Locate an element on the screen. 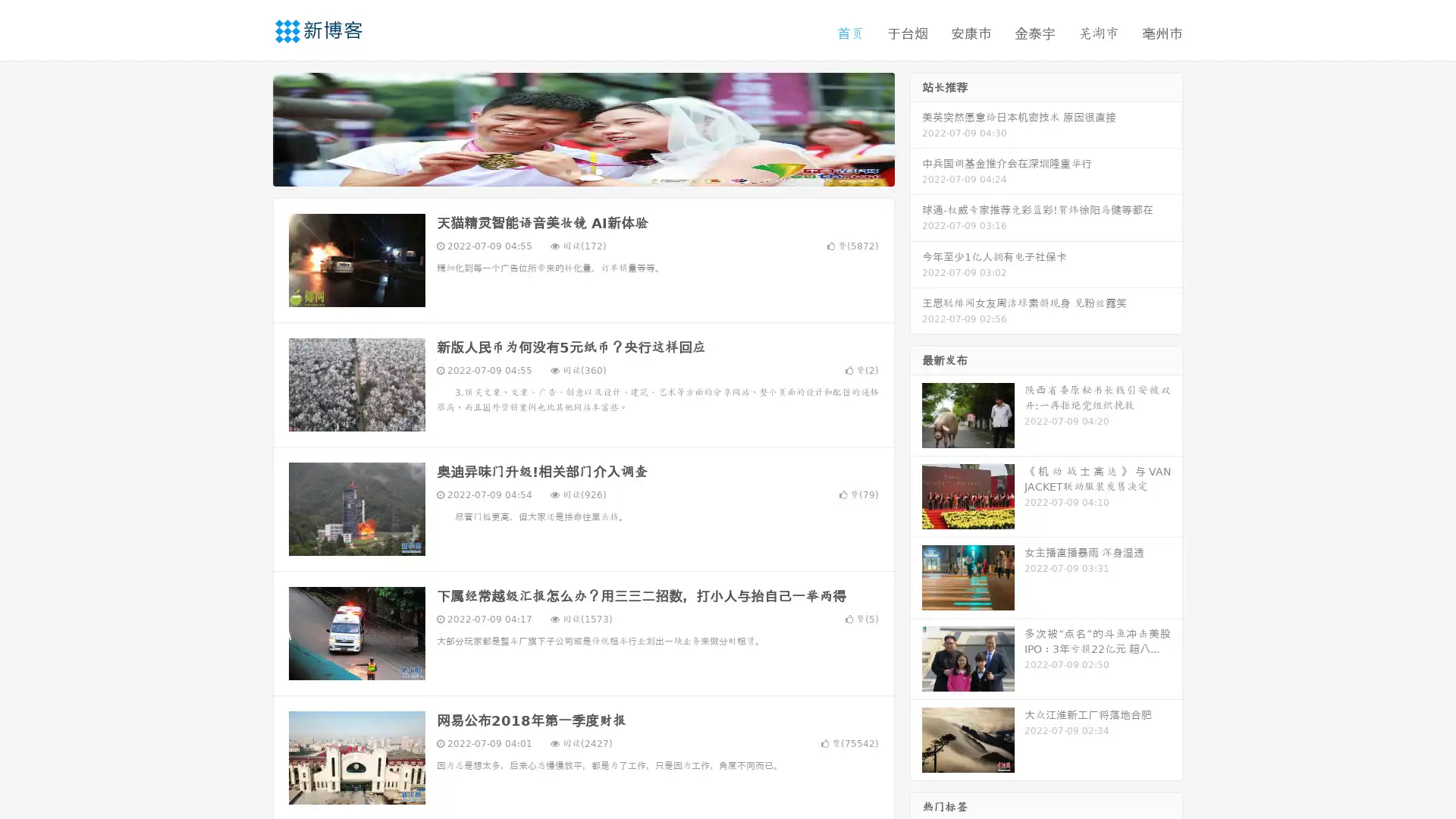 The height and width of the screenshot is (819, 1456). Go to slide 1 is located at coordinates (567, 171).